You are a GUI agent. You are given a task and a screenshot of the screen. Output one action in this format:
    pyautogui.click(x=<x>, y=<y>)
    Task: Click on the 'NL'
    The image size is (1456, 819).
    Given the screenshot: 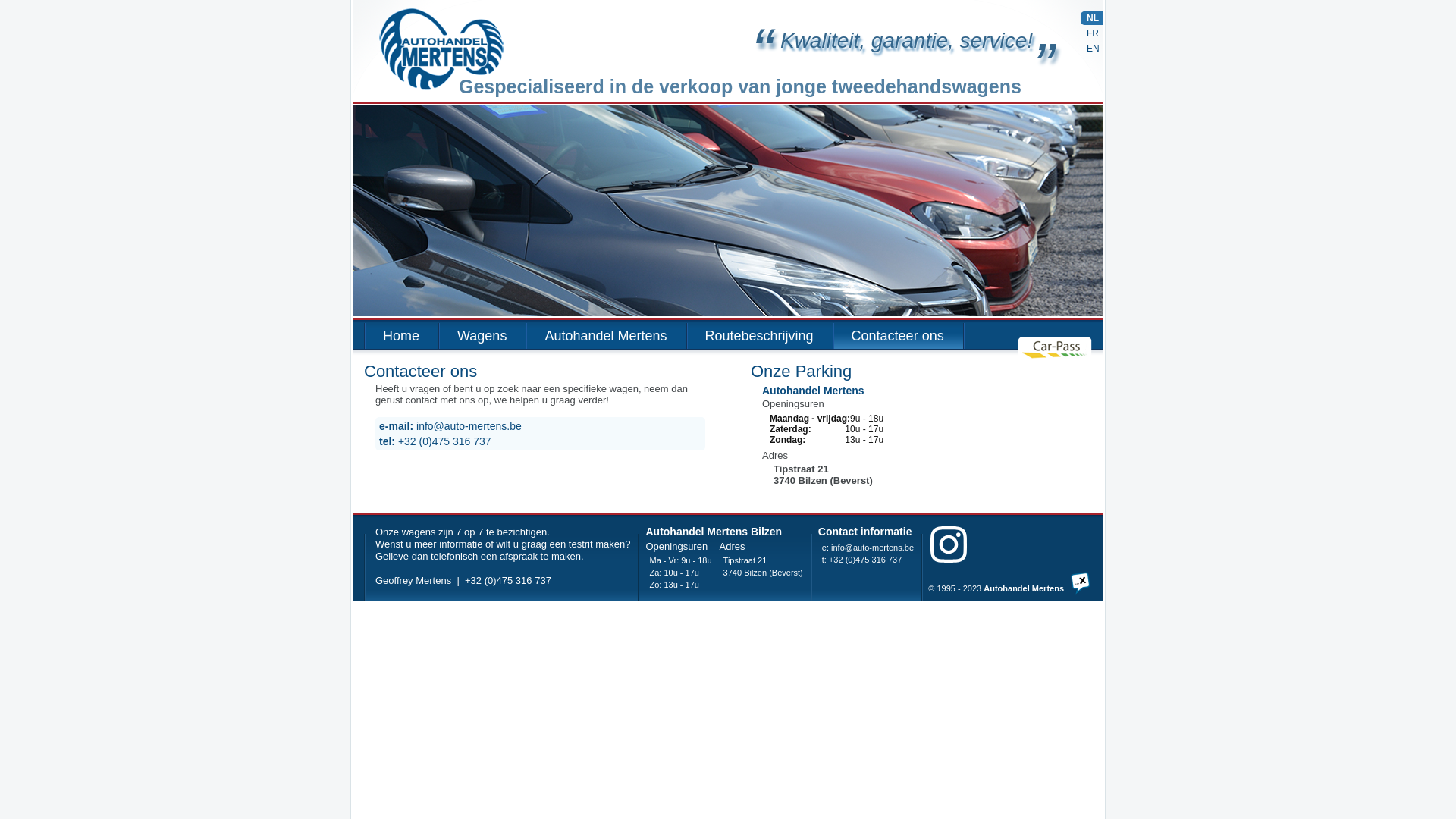 What is the action you would take?
    pyautogui.click(x=1092, y=17)
    